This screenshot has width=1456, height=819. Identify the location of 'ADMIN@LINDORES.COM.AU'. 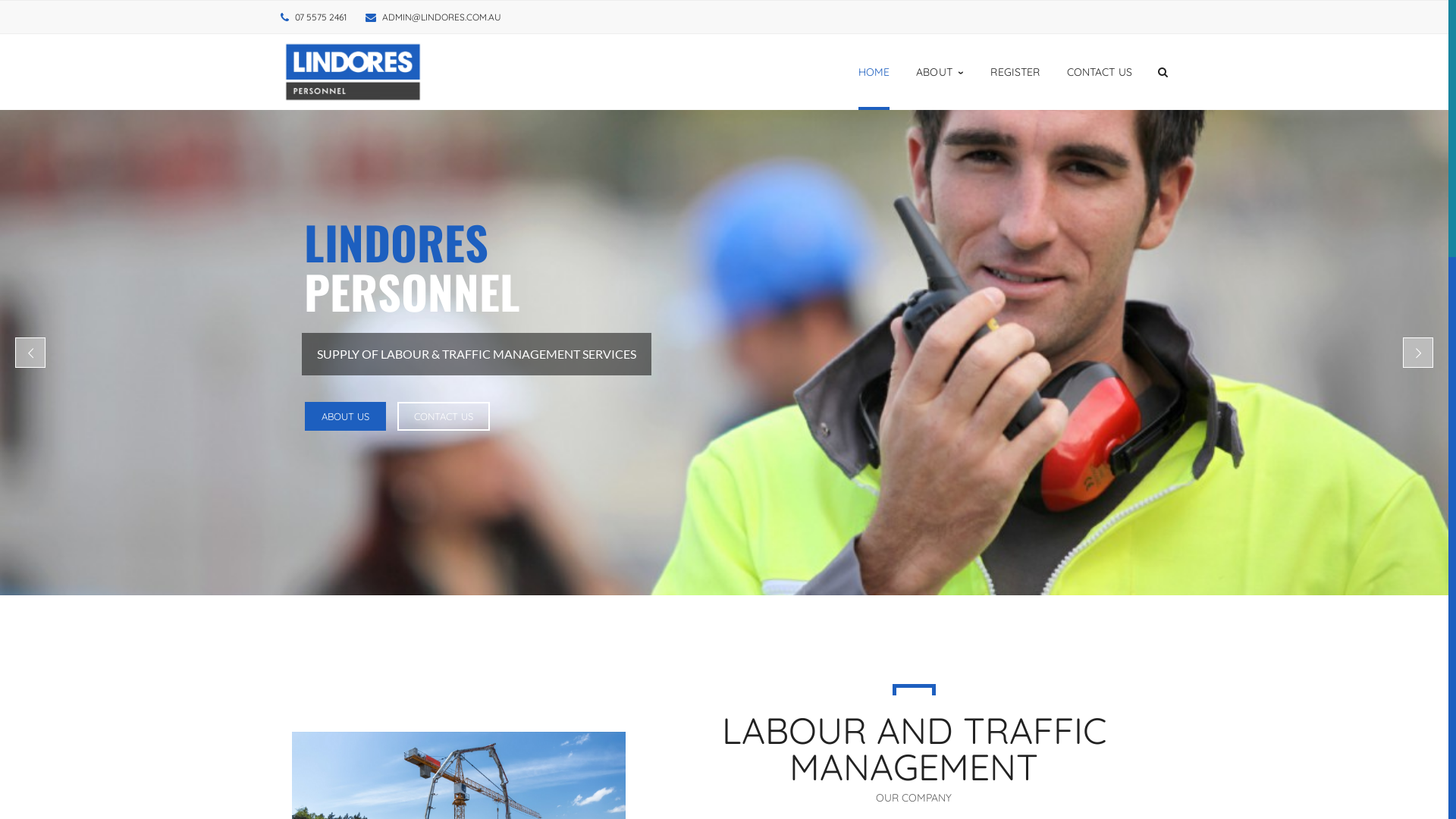
(441, 17).